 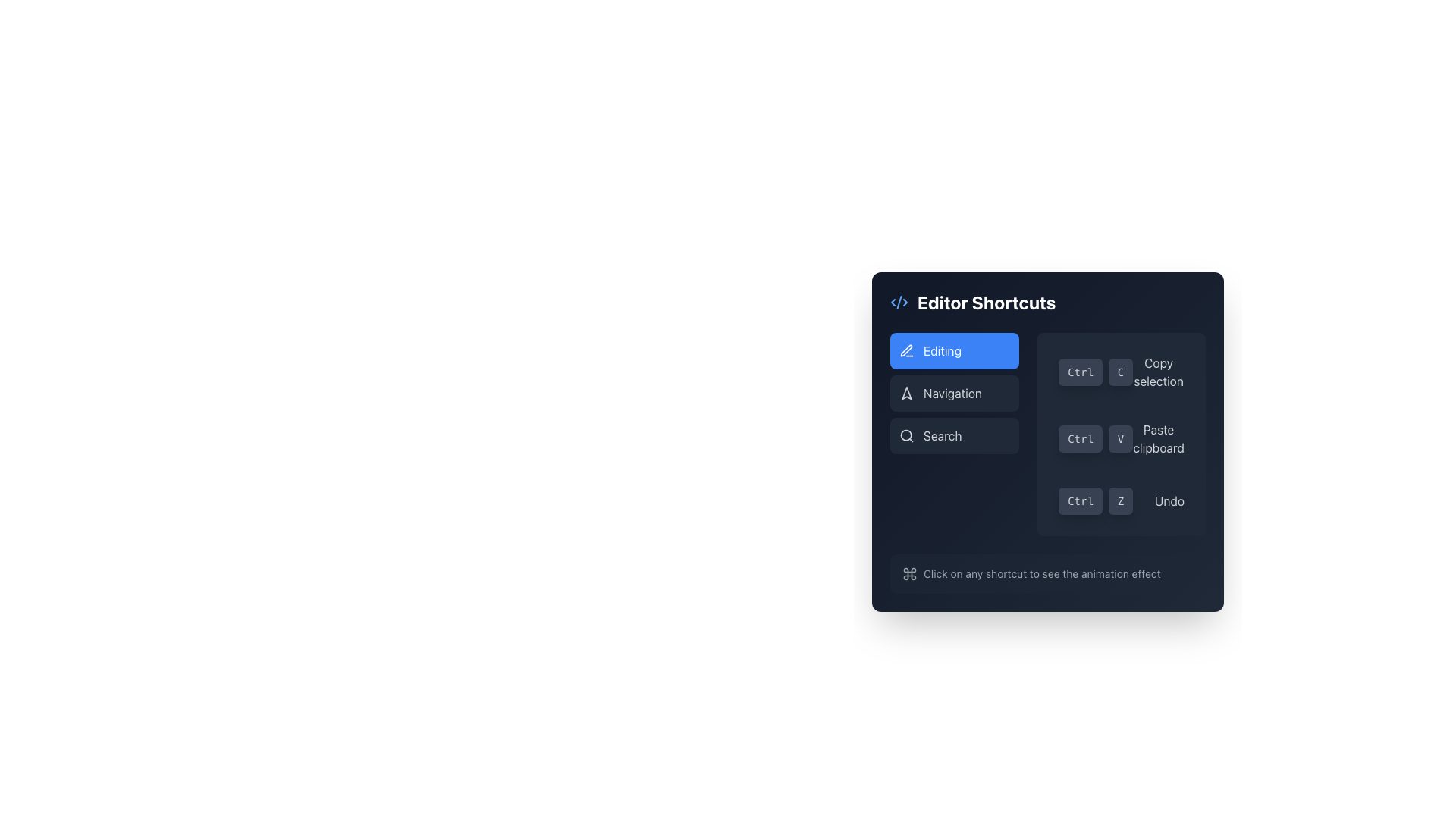 What do you see at coordinates (953, 350) in the screenshot?
I see `the topmost button labeled 'Editing' in the sidebar` at bounding box center [953, 350].